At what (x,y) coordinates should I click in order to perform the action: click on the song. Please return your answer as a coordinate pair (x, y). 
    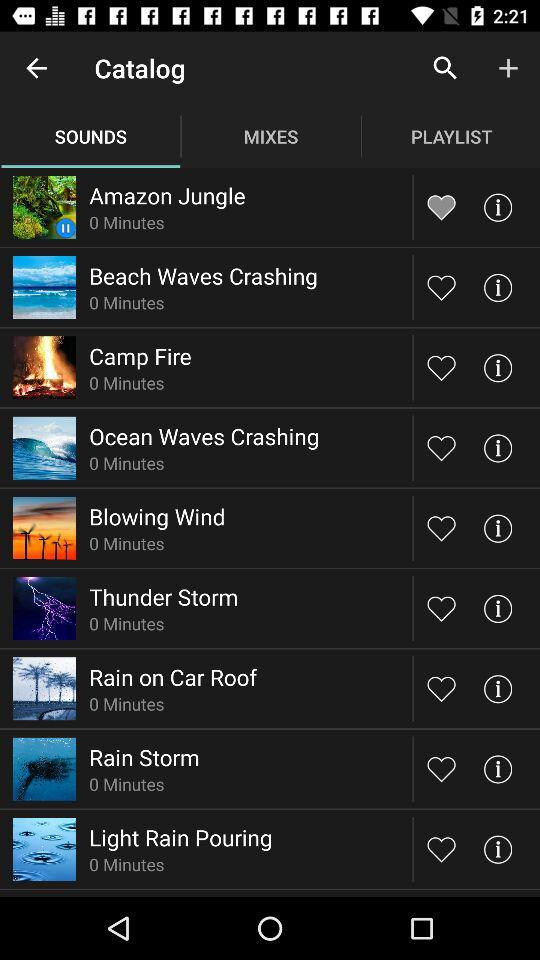
    Looking at the image, I should click on (441, 527).